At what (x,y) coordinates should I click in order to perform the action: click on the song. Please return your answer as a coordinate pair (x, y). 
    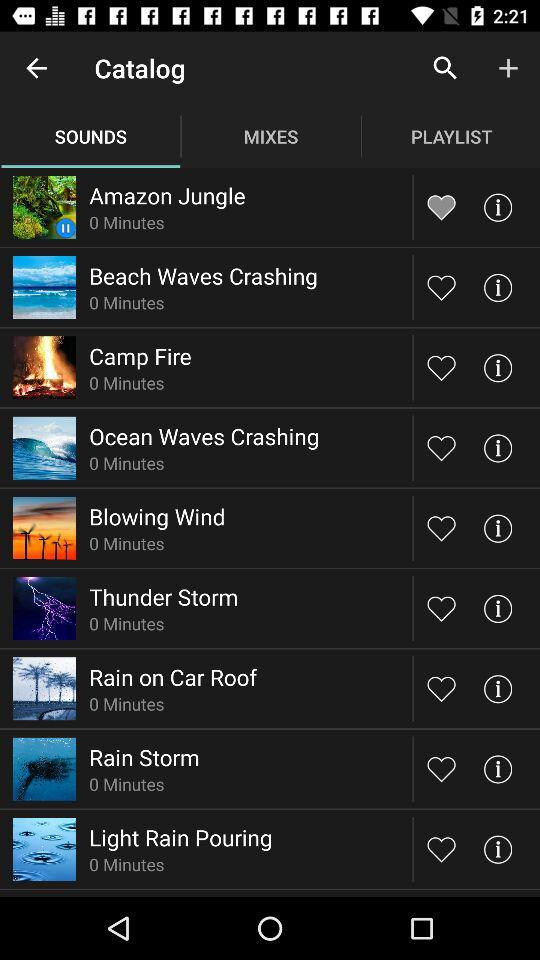
    Looking at the image, I should click on (441, 527).